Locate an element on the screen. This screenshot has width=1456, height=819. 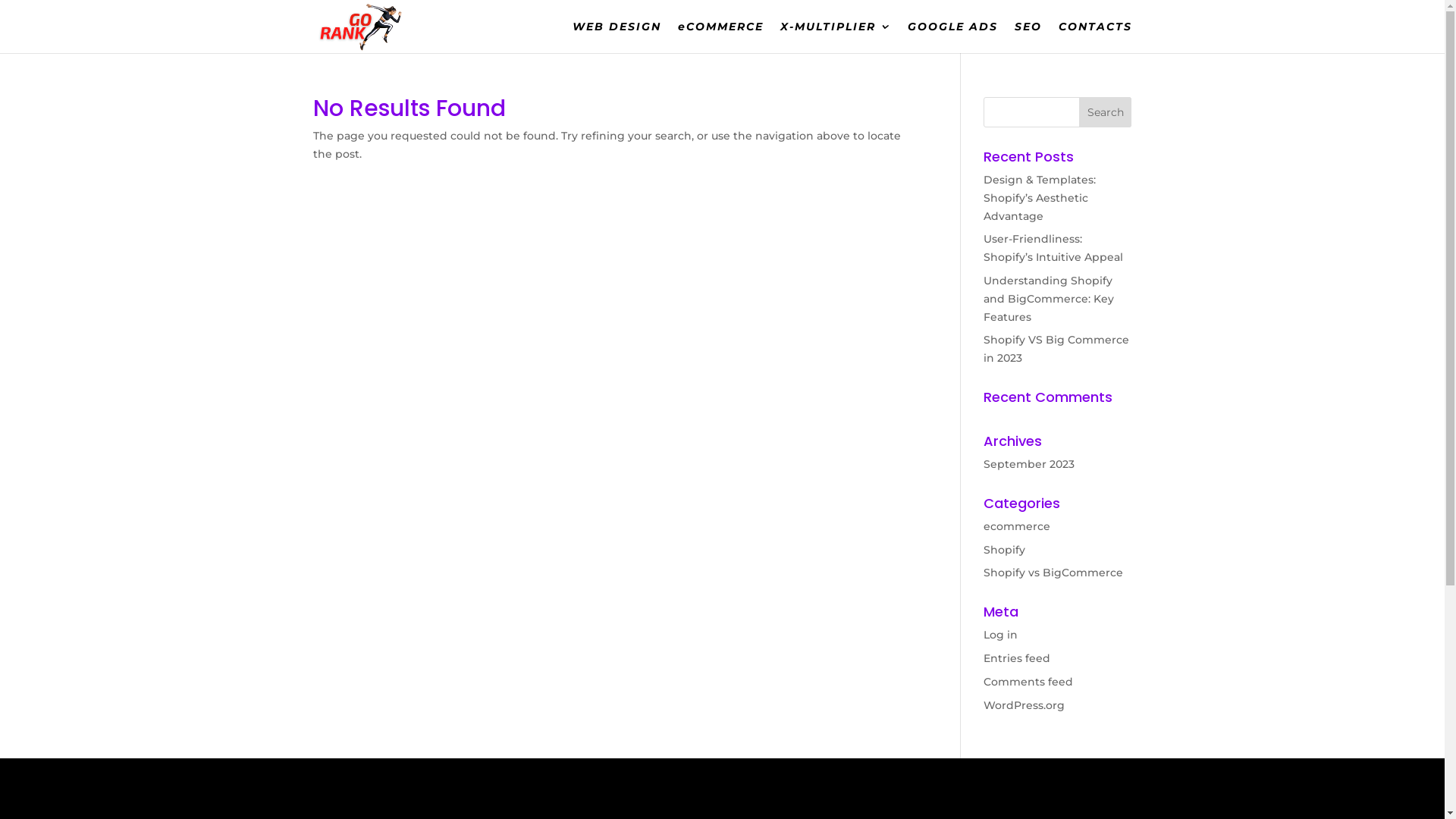
'eCOMMERCE' is located at coordinates (720, 36).